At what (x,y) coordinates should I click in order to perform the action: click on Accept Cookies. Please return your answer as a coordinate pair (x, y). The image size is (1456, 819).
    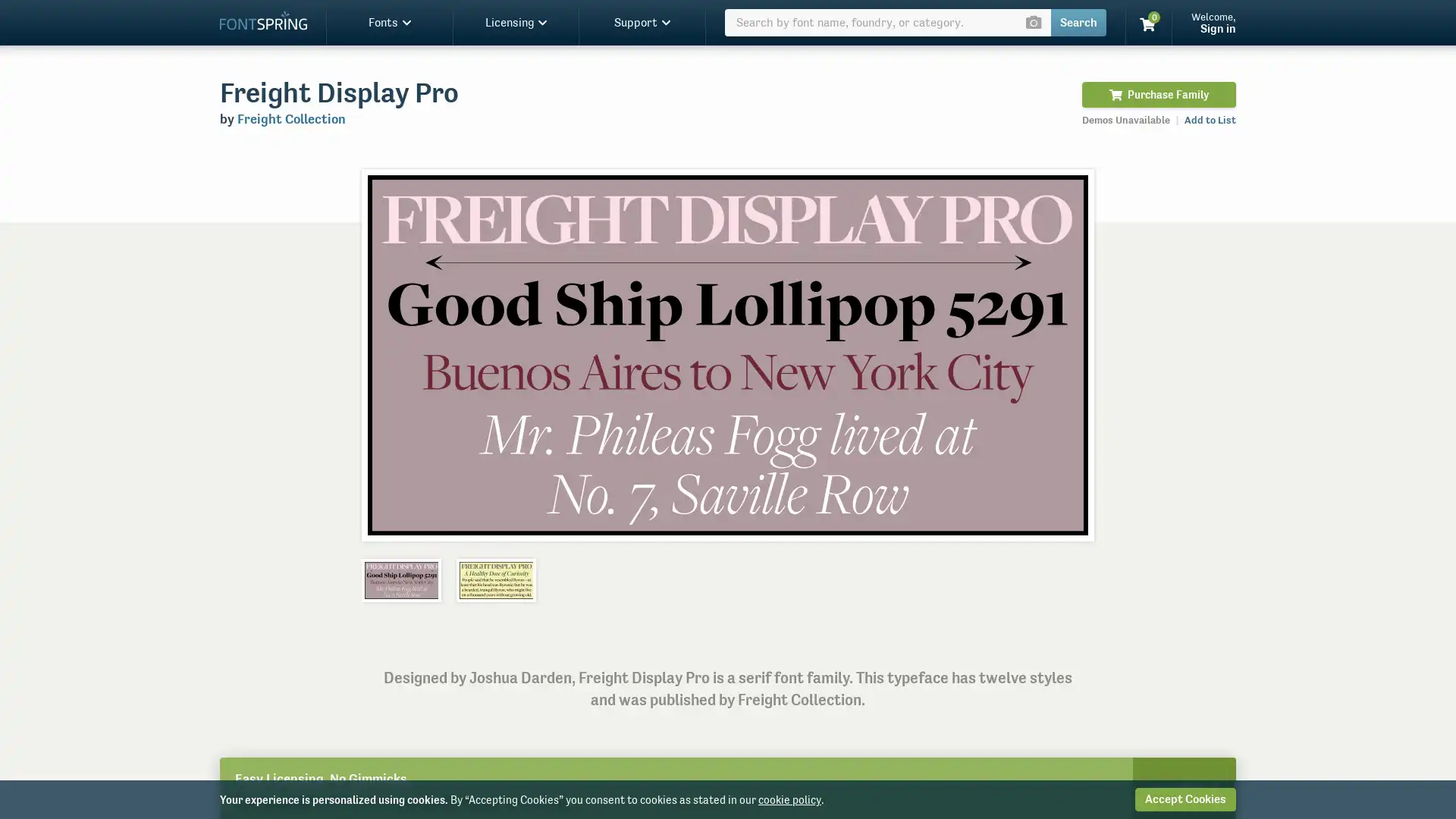
    Looking at the image, I should click on (1185, 799).